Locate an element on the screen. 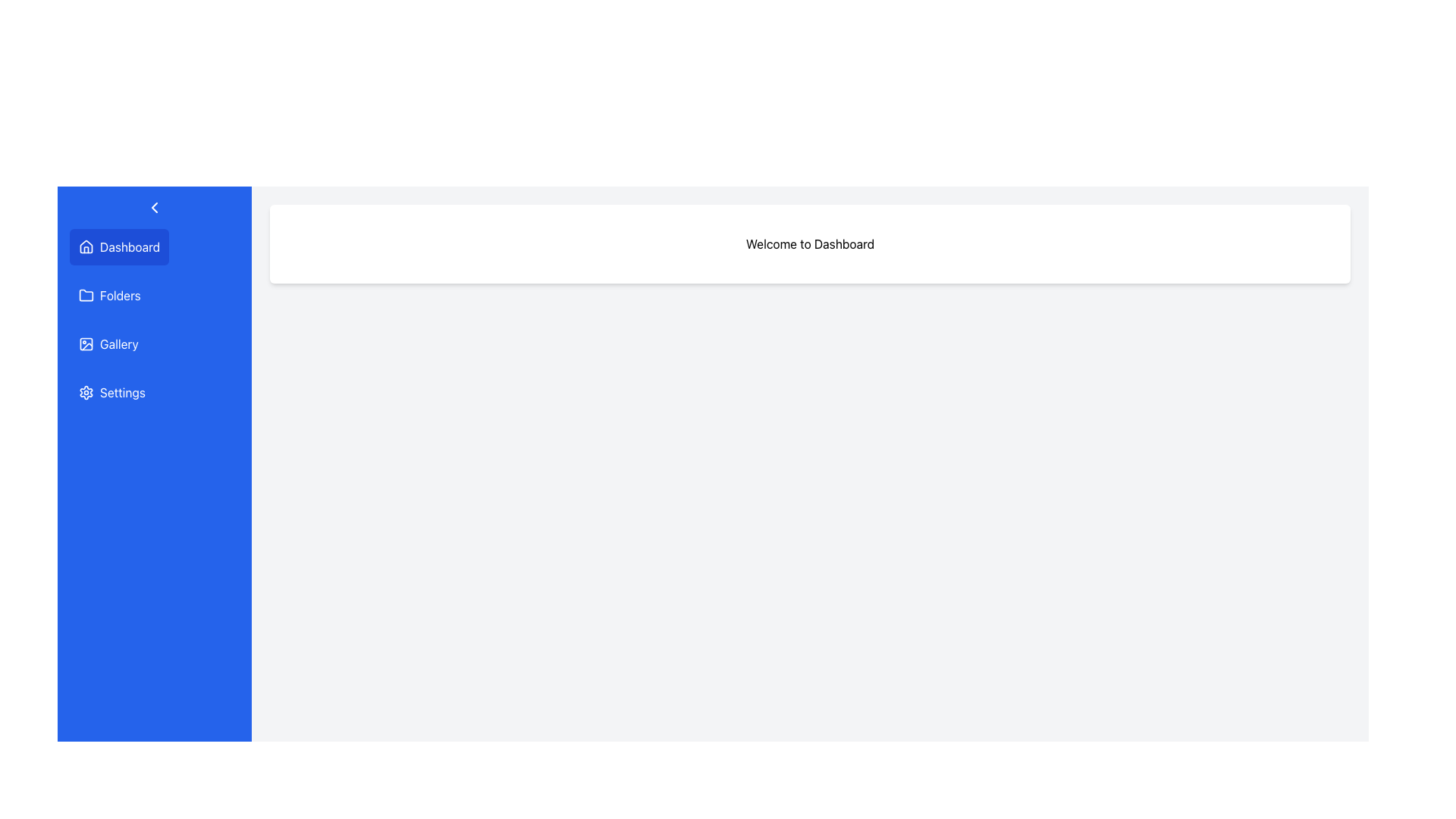 The image size is (1456, 819). the left-oriented vector arrow icon located in the top-left corner of the blue sidebar is located at coordinates (154, 207).